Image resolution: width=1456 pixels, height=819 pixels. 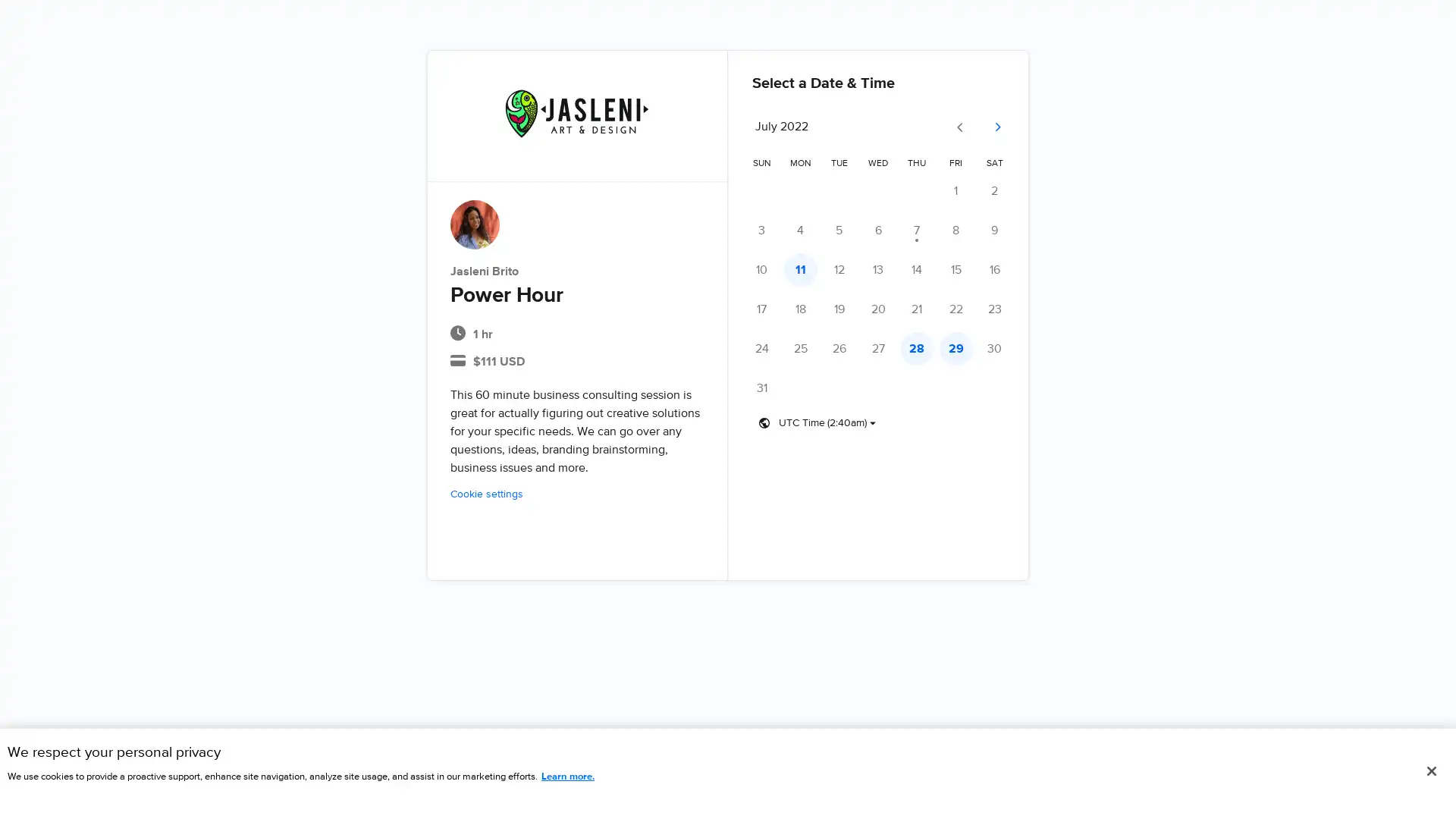 What do you see at coordinates (996, 268) in the screenshot?
I see `Saturday, July 16 - No times available` at bounding box center [996, 268].